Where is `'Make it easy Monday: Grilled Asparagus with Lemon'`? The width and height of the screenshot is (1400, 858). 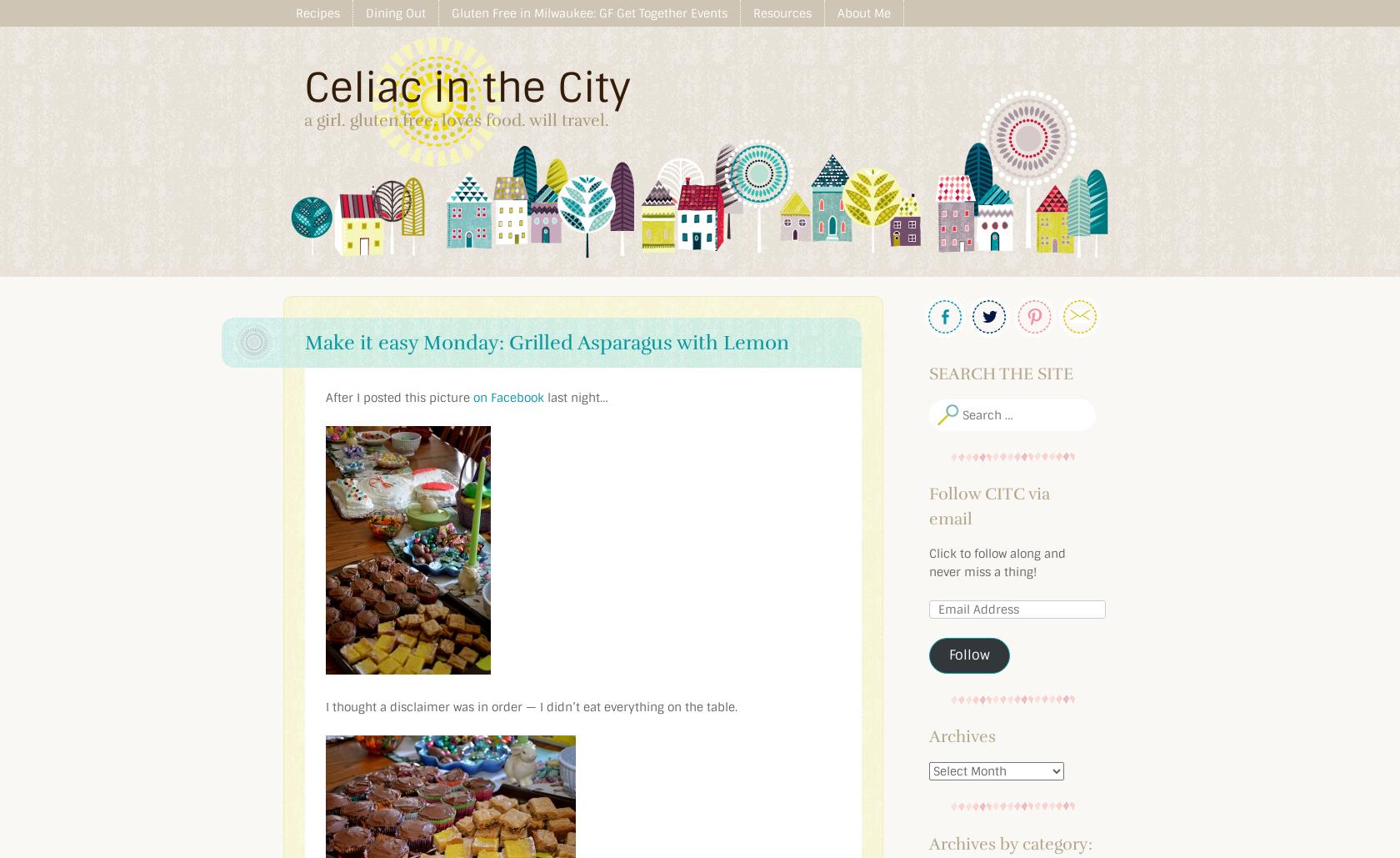 'Make it easy Monday: Grilled Asparagus with Lemon' is located at coordinates (547, 340).